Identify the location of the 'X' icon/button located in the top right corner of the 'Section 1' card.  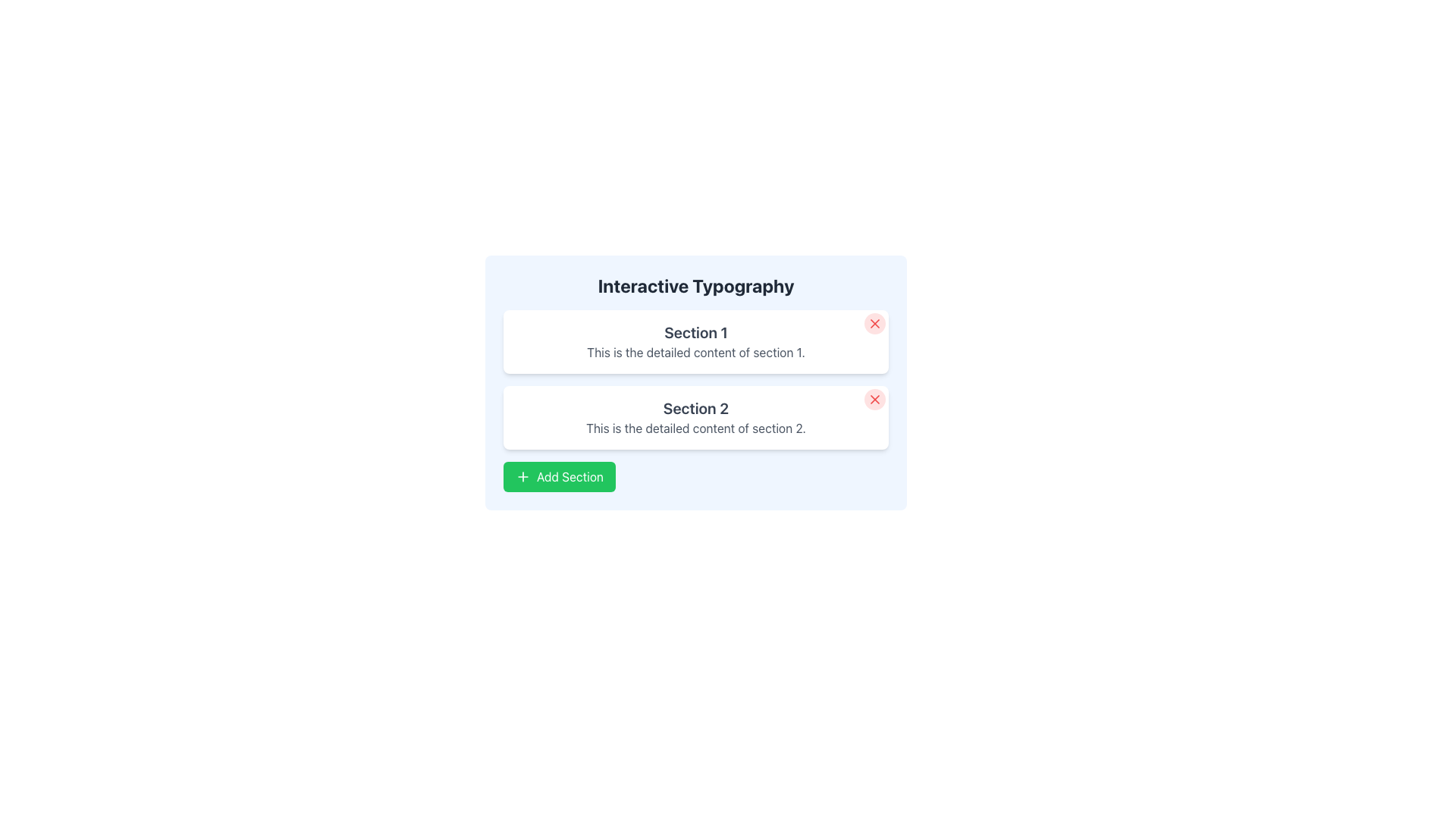
(874, 323).